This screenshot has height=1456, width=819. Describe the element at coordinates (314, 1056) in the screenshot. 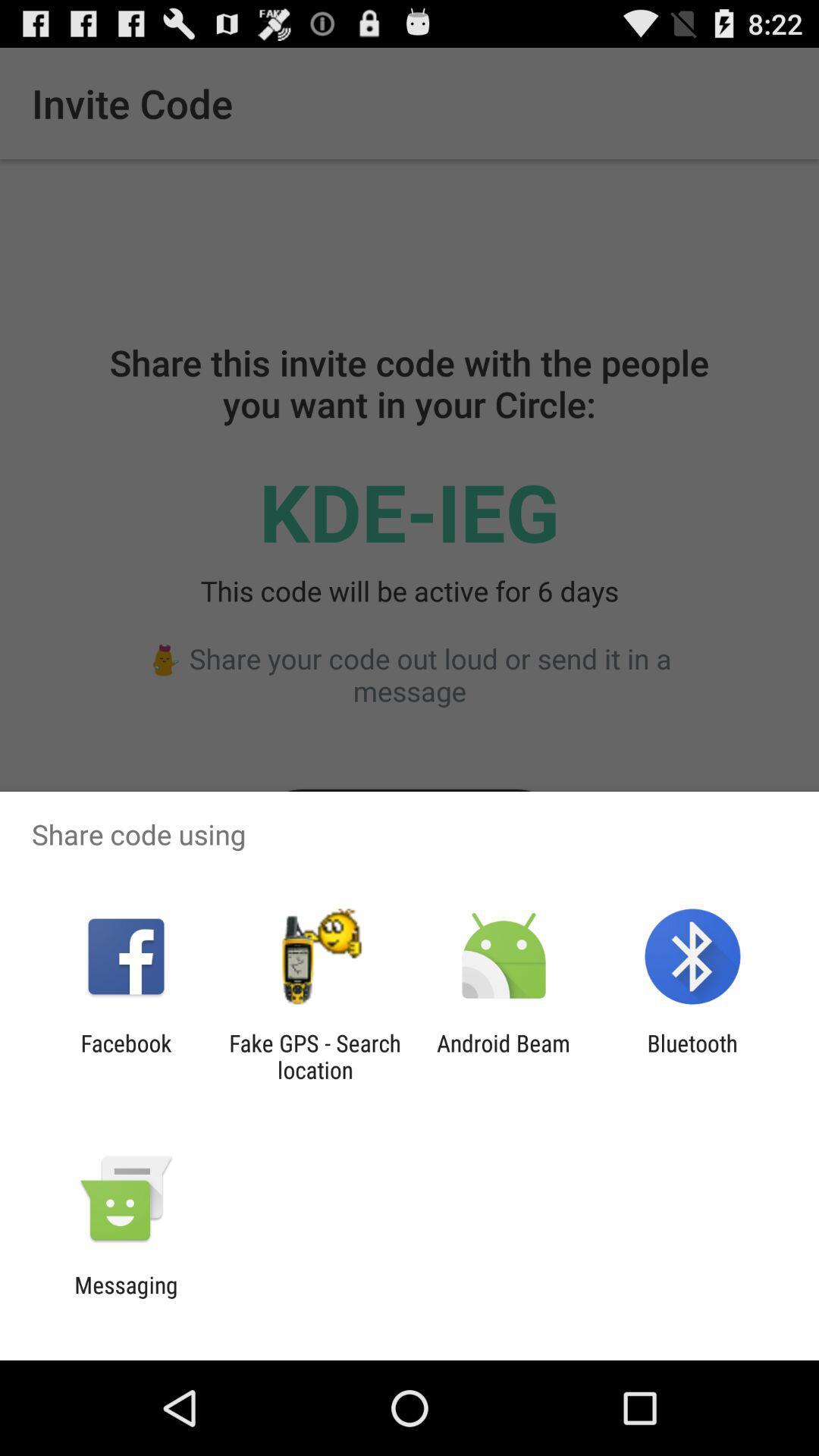

I see `the app to the right of facebook icon` at that location.